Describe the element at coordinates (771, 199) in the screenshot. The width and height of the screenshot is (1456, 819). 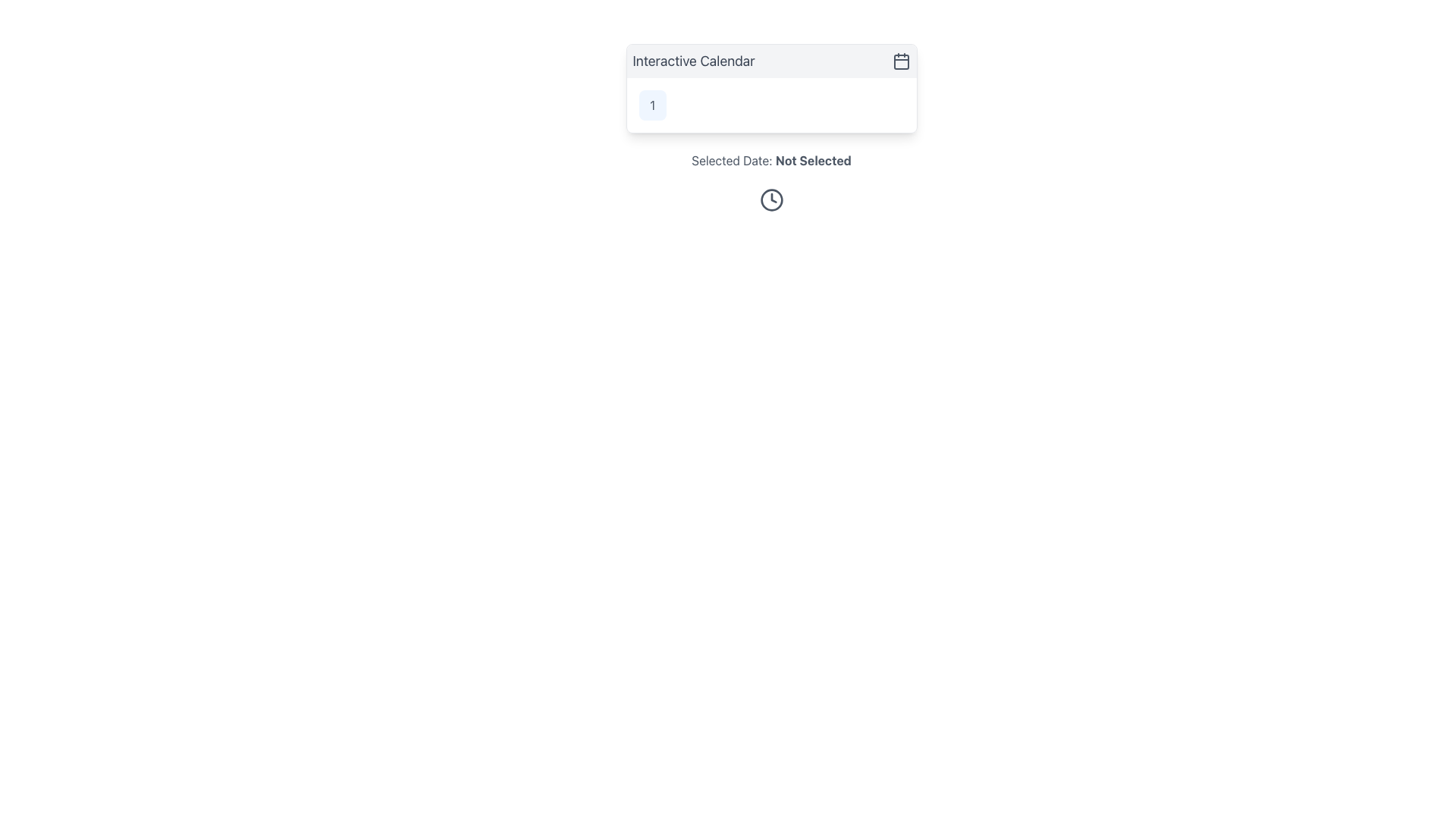
I see `the circular element within the clock icon in the SVG` at that location.